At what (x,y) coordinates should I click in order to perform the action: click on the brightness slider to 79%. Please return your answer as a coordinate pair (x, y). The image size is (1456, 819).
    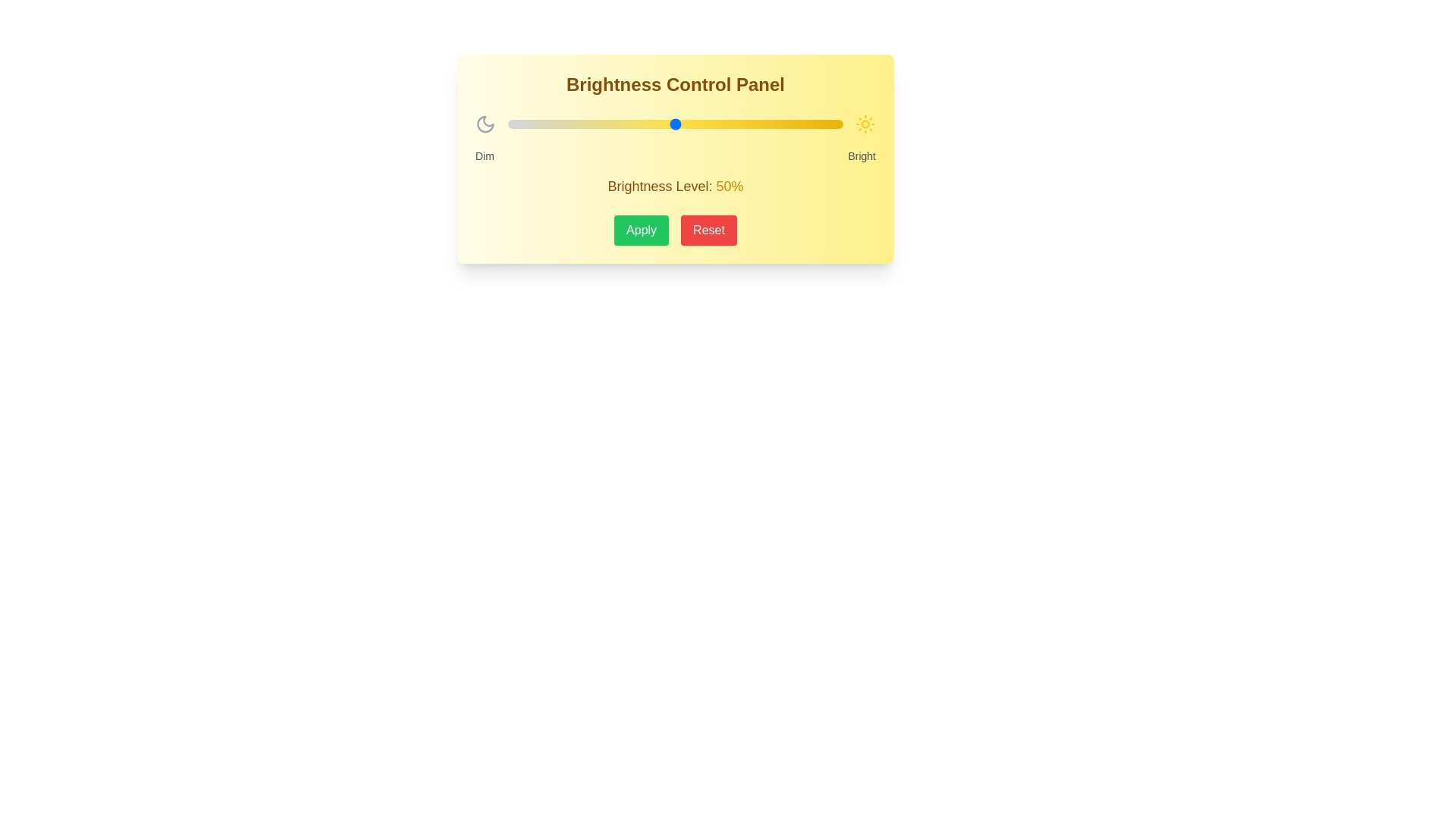
    Looking at the image, I should click on (773, 124).